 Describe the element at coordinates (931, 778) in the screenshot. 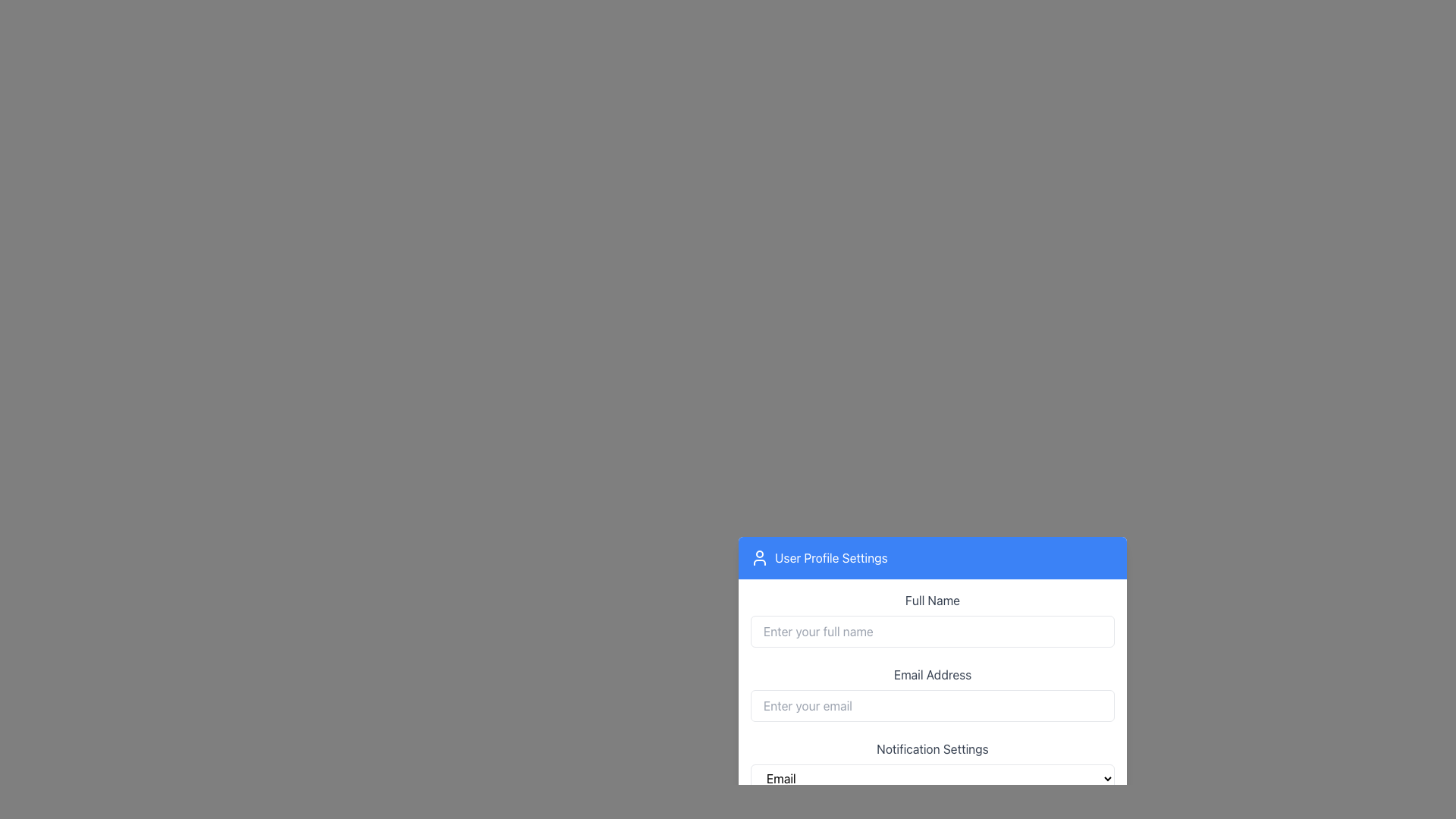

I see `the dropdown menu labeled 'Email' which is located beneath the 'Notification Settings' label` at that location.